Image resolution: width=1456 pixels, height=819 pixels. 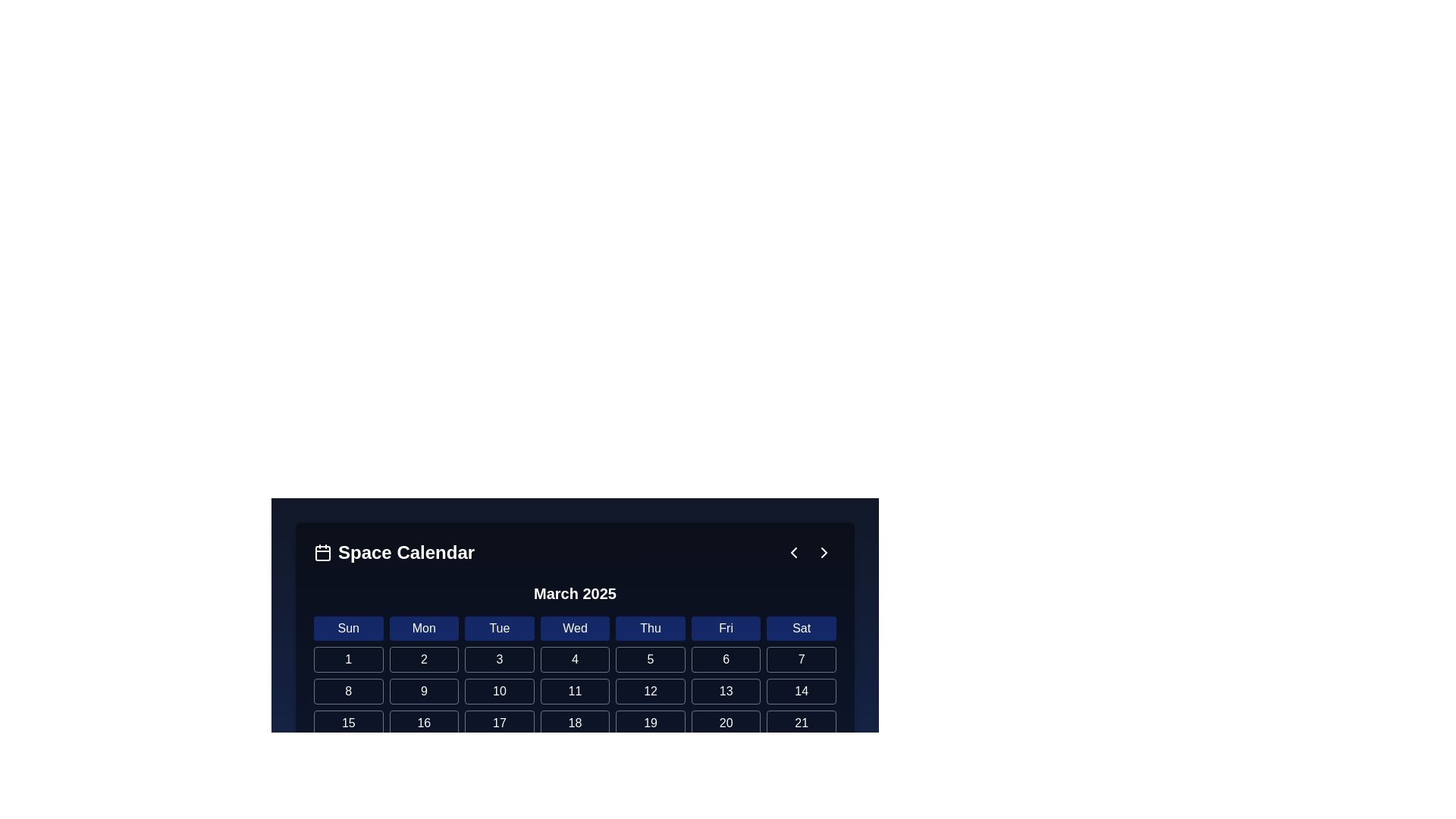 I want to click on the calendar date cell containing the text '21' in the Saturday column of the fourth row for March 2025 to trigger a tooltip or highlight, so click(x=801, y=722).